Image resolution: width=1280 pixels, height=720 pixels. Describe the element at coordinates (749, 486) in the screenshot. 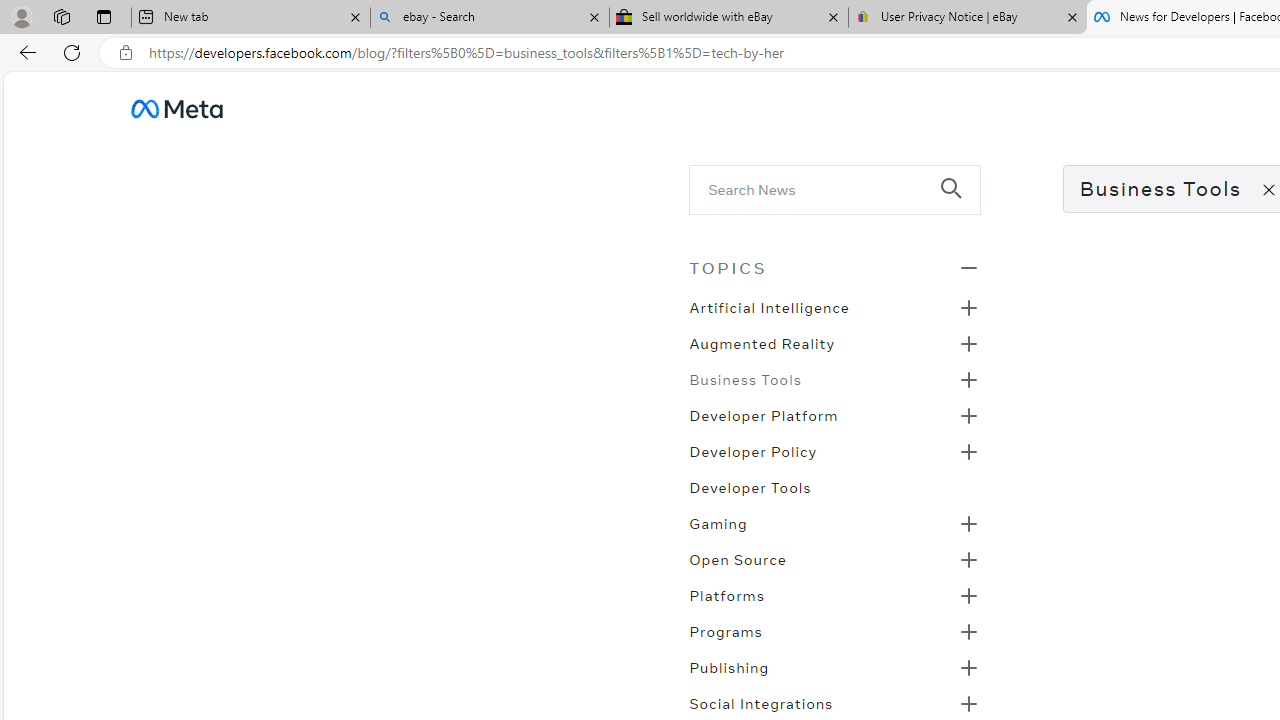

I see `'Developer Tools'` at that location.